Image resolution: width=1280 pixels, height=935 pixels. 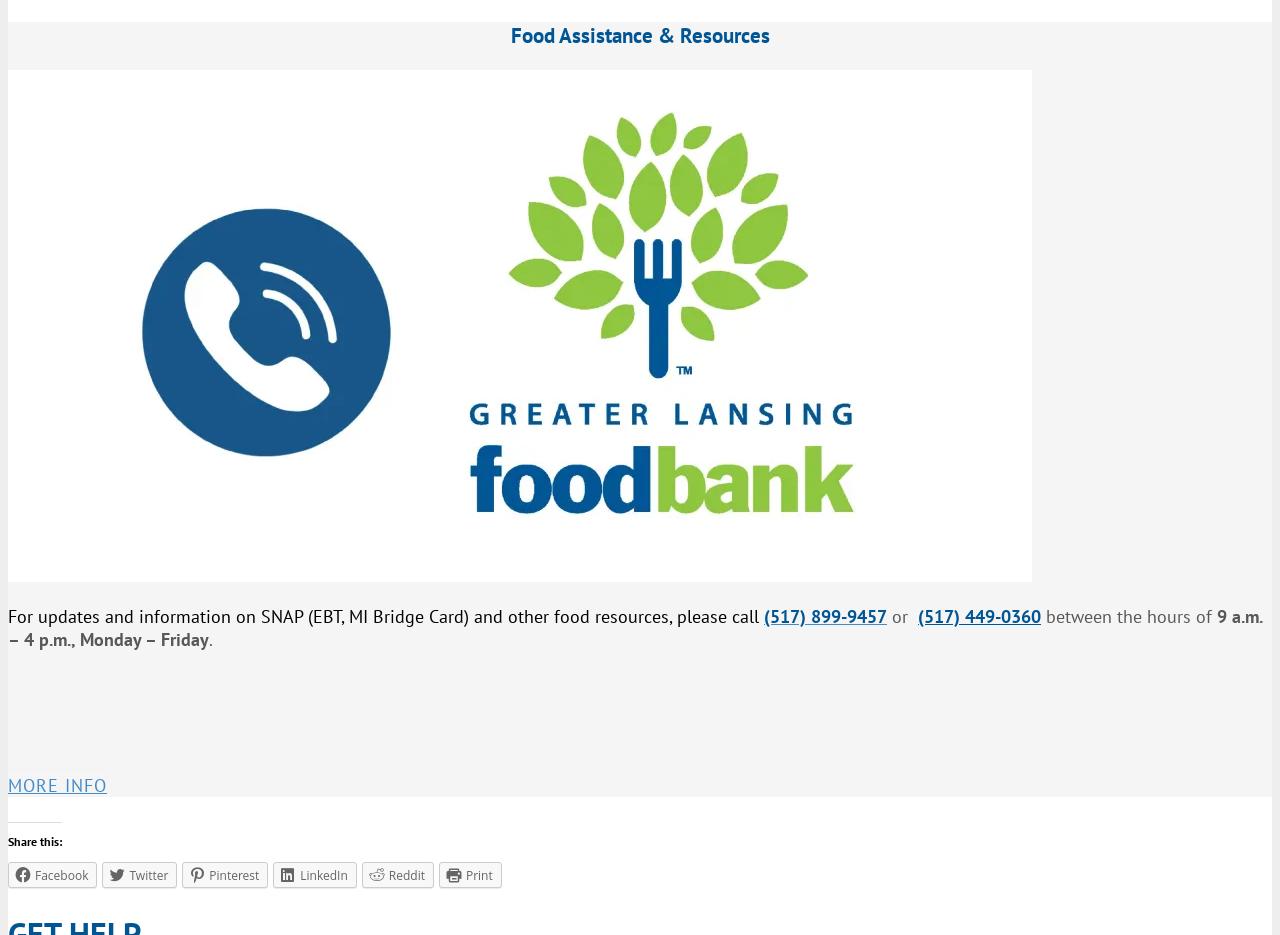 I want to click on 'or', so click(x=901, y=615).